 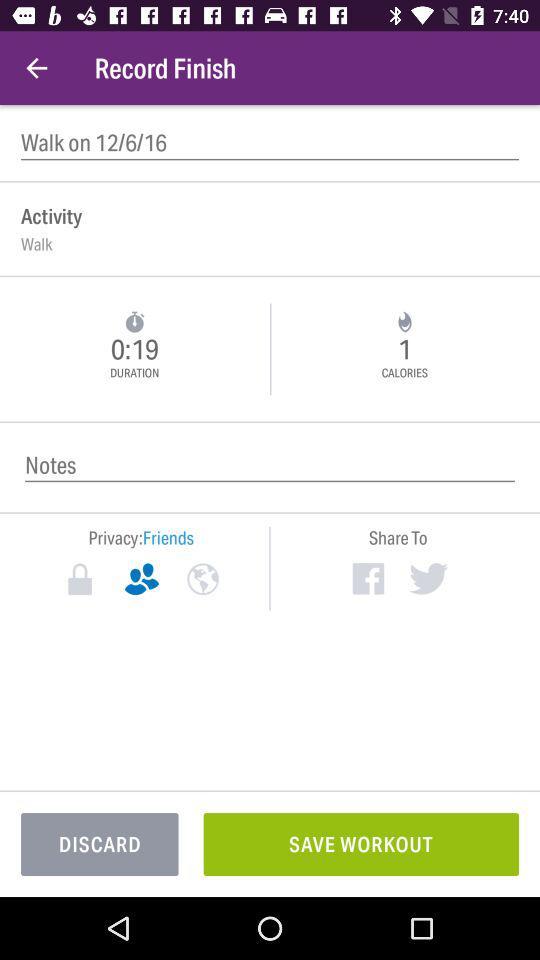 I want to click on share results to twitter, so click(x=427, y=578).